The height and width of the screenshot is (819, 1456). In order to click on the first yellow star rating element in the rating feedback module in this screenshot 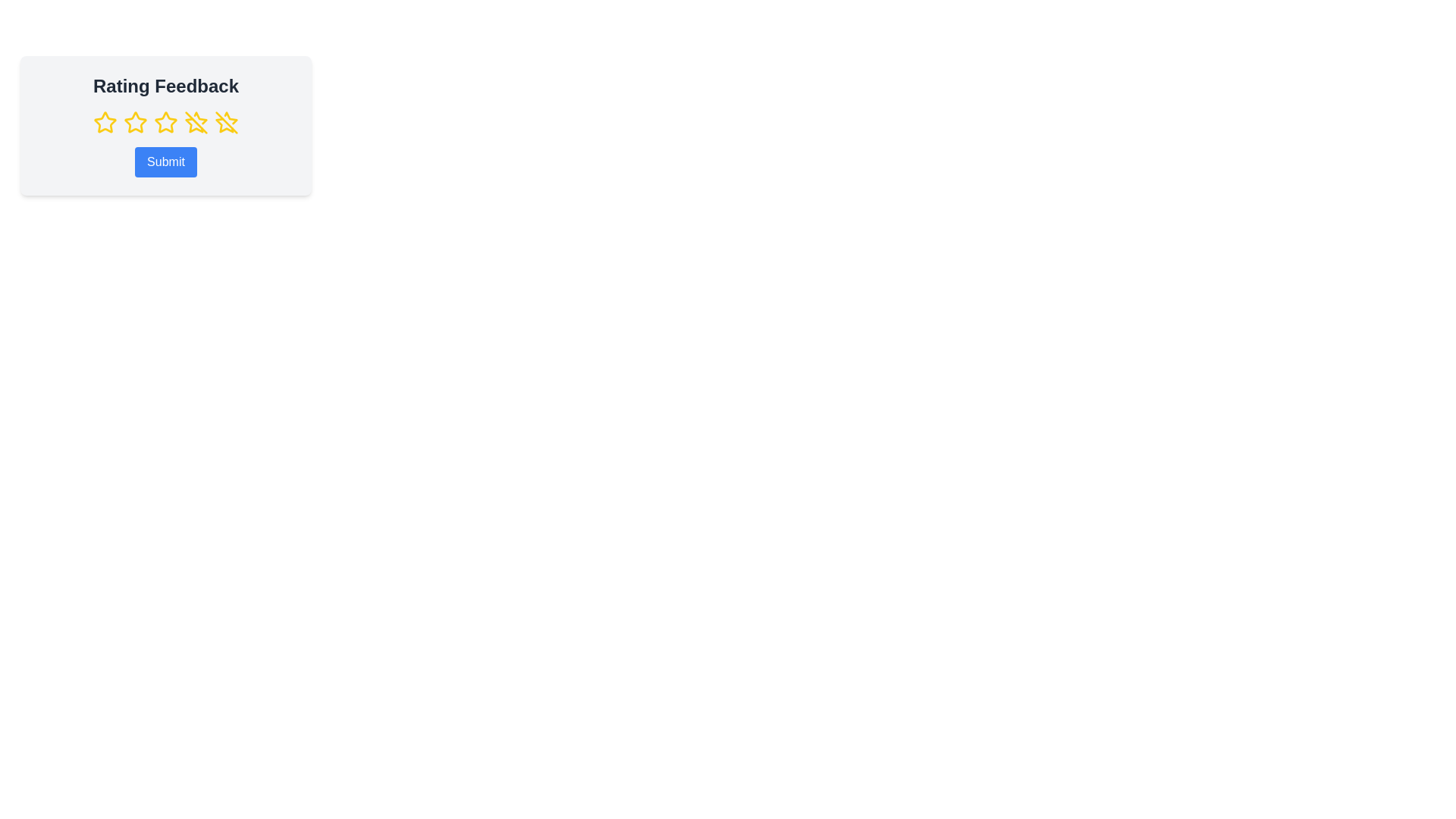, I will do `click(105, 121)`.